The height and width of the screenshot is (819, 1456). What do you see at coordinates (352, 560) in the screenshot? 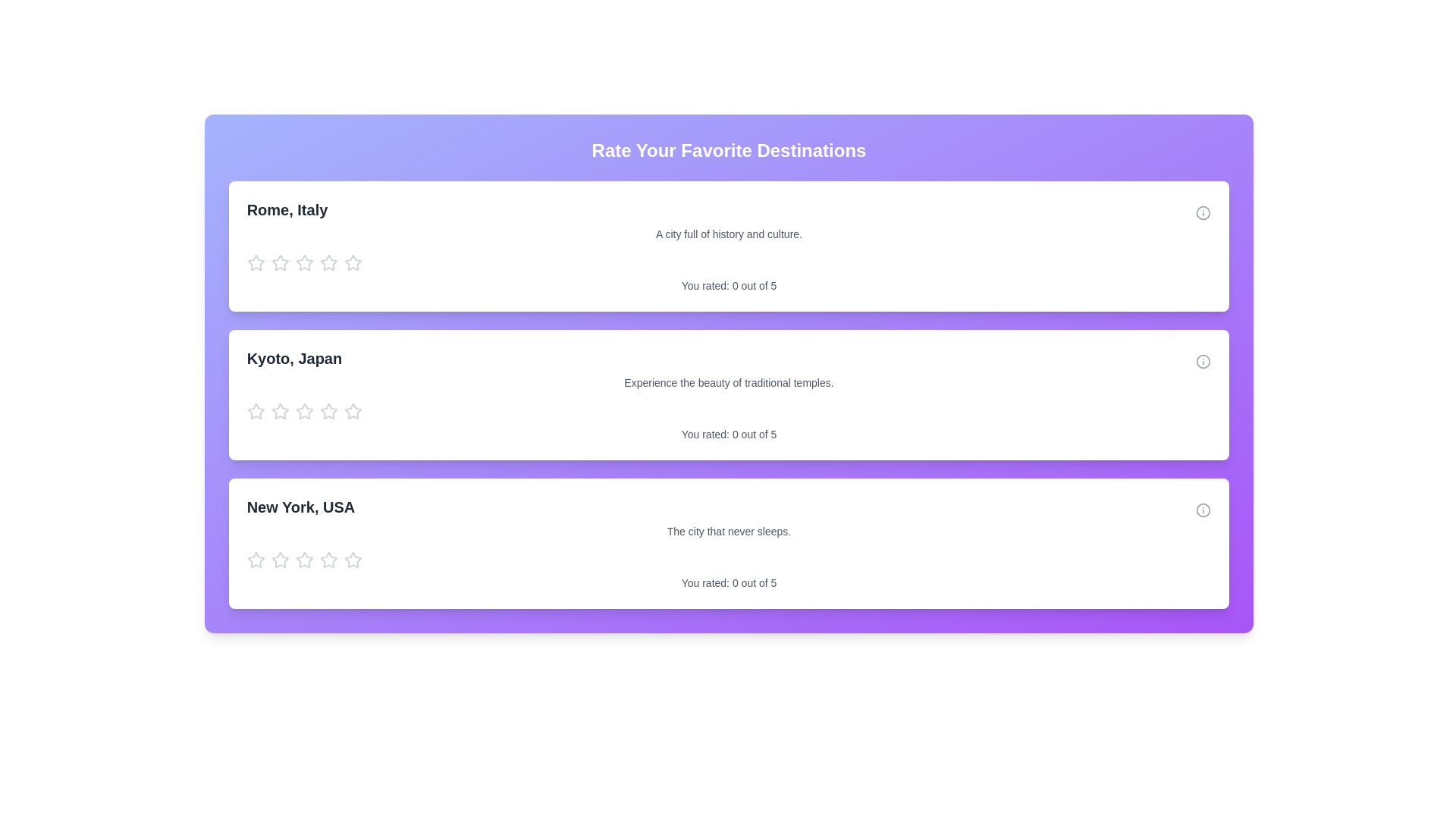
I see `the fifth star-shaped rating icon in the 'New York, USA' section to set a rating` at bounding box center [352, 560].